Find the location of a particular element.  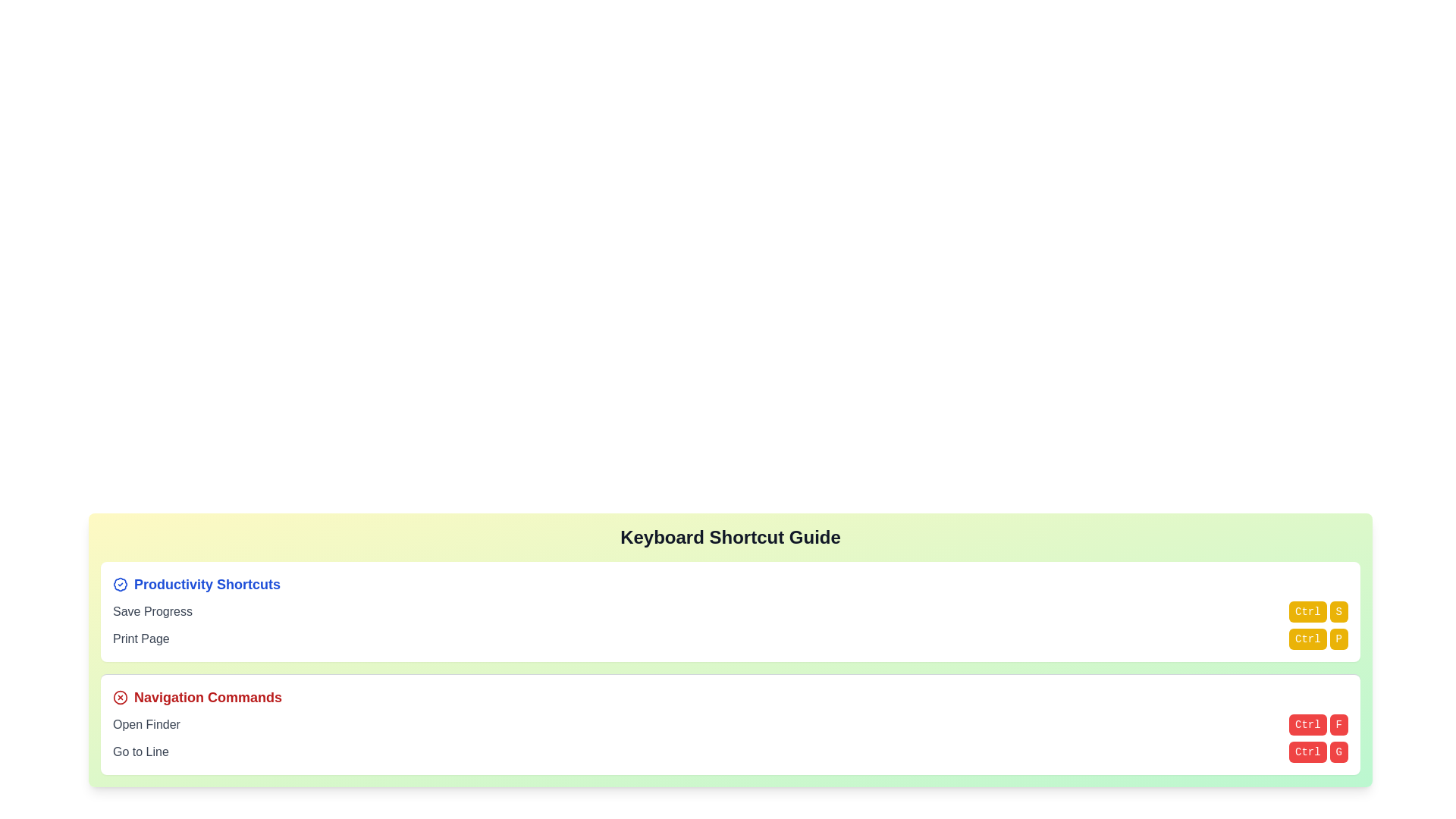

the 'F' key button located in the bottom-right corner of the second group of shortcuts, adjacent to the 'Ctrl' button, under the 'Navigation Commands' heading is located at coordinates (1338, 724).